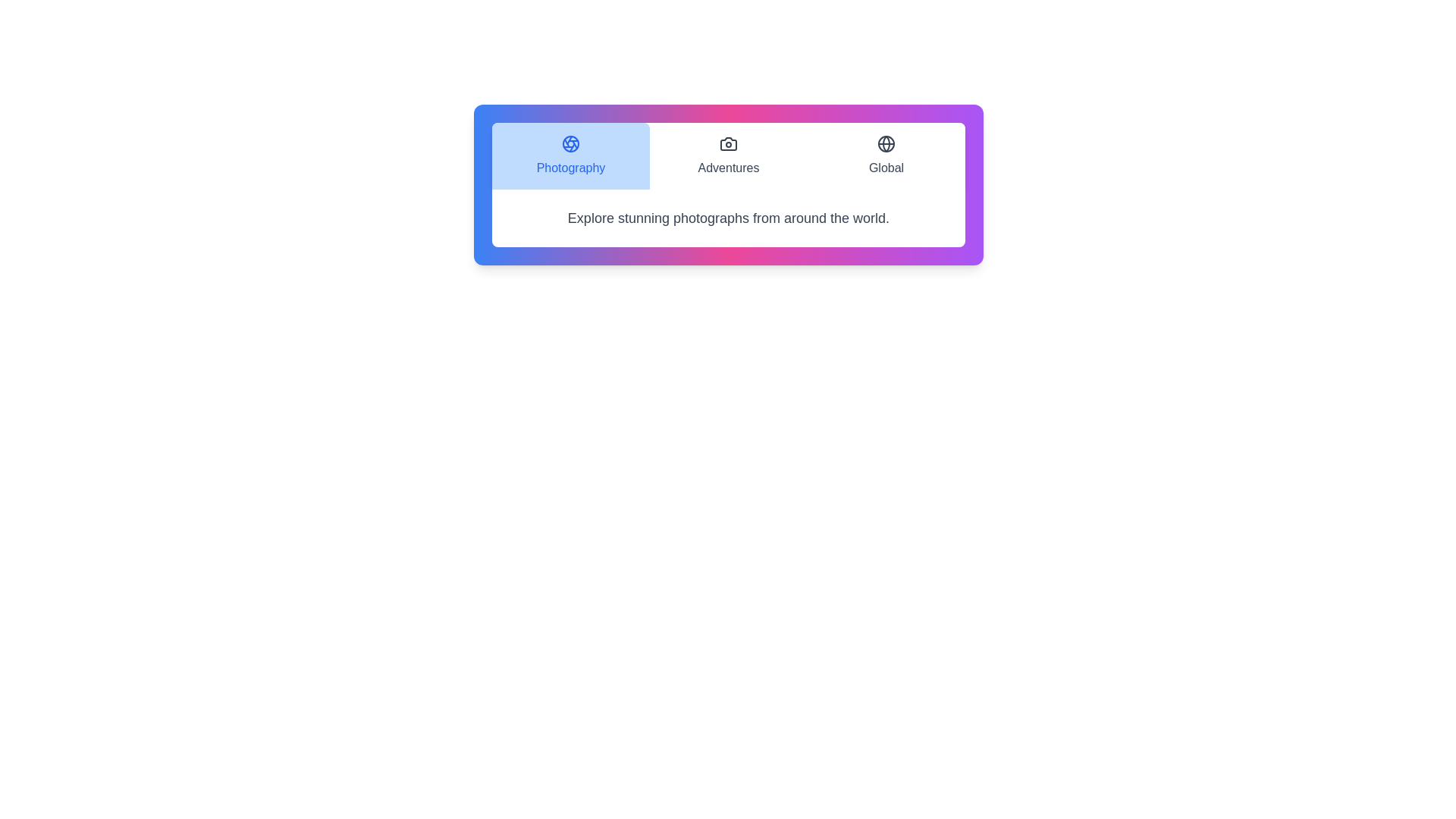 The height and width of the screenshot is (819, 1456). What do you see at coordinates (566, 143) in the screenshot?
I see `the fifth diagonal line of the aperture-like icon, which is part of a larger SVG graphical component, positioned towards the lower left part of the arrangement` at bounding box center [566, 143].